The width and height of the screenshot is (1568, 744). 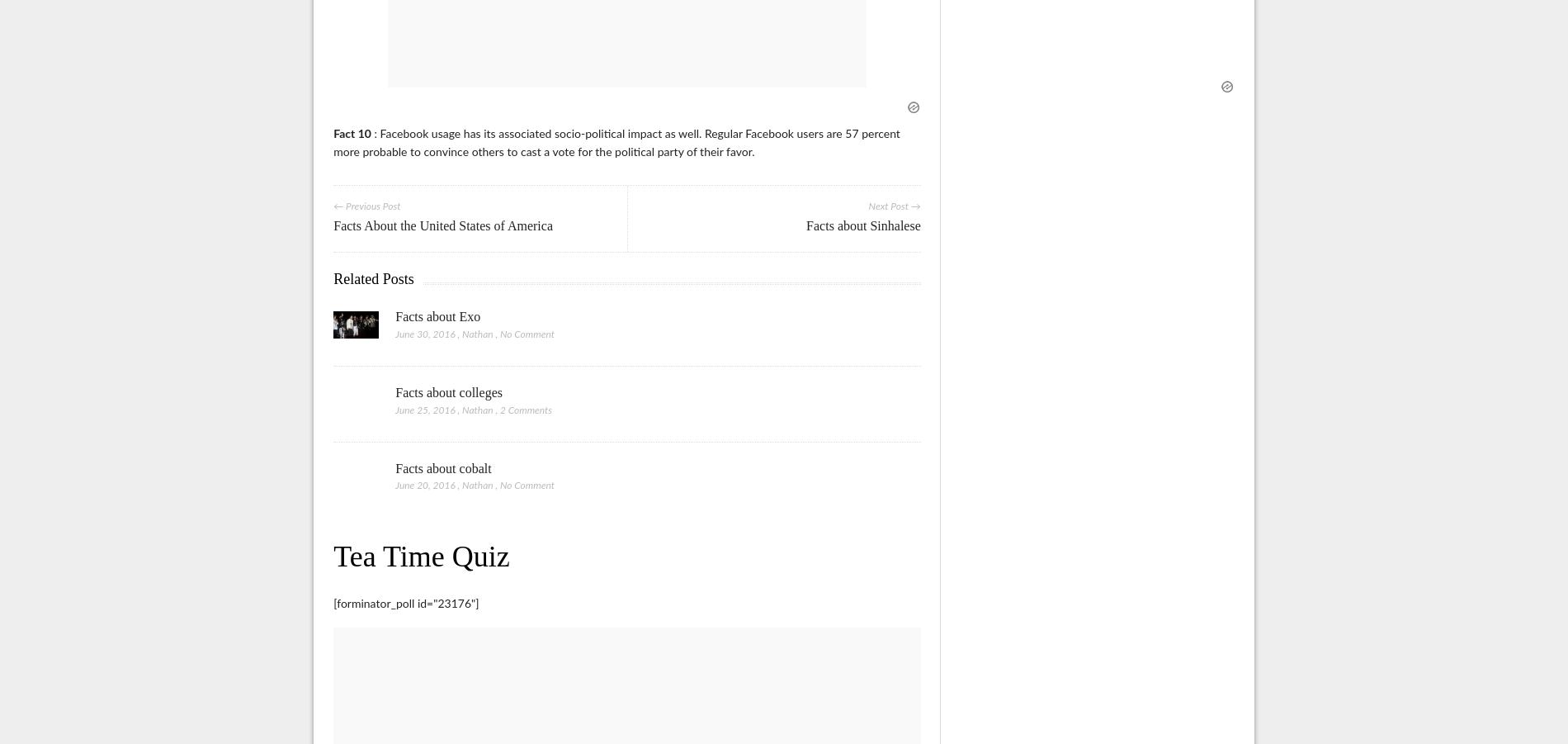 I want to click on 'Facts About the United States of America', so click(x=442, y=225).